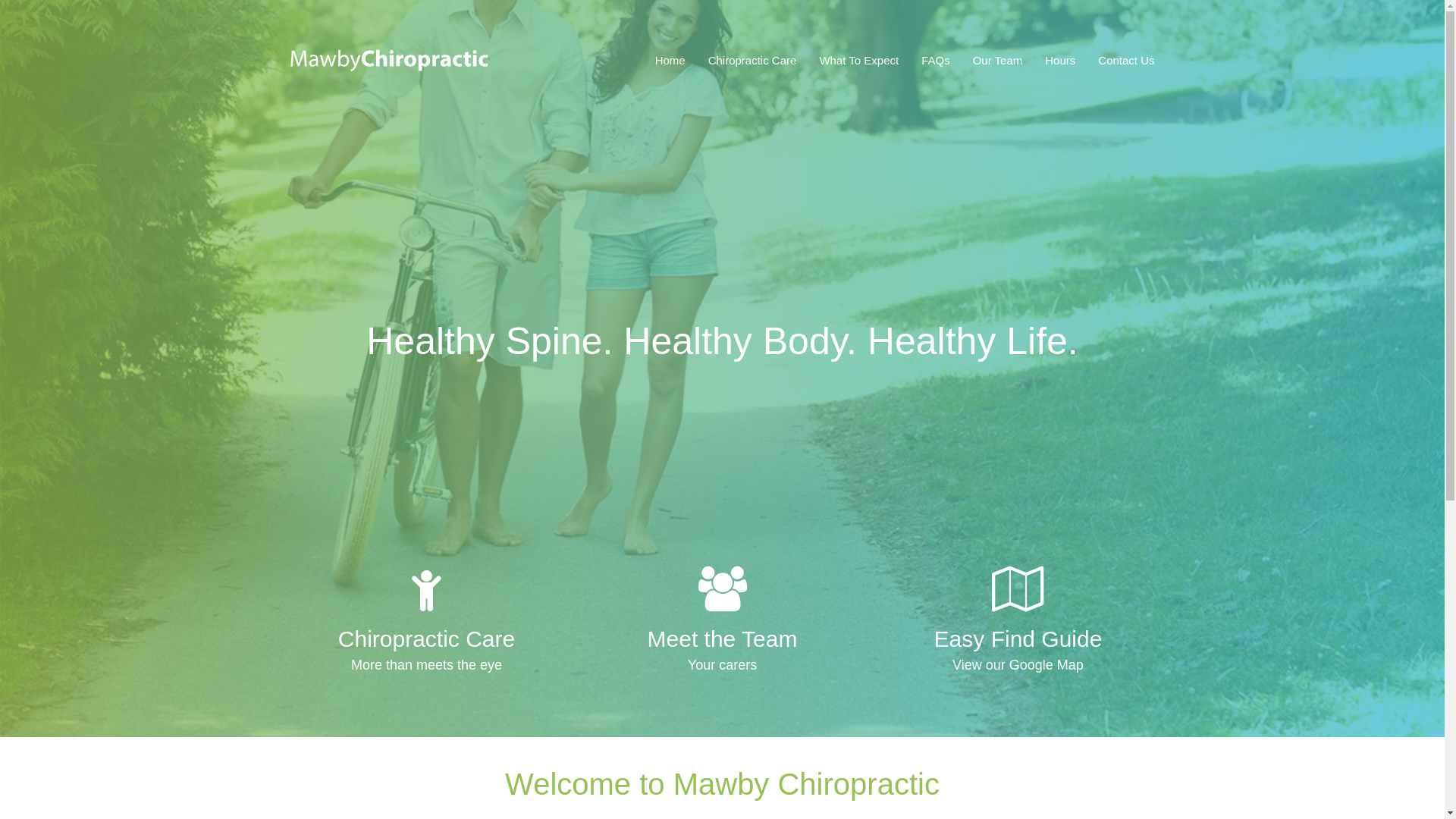 This screenshot has height=819, width=1456. I want to click on 'Home', so click(675, 60).